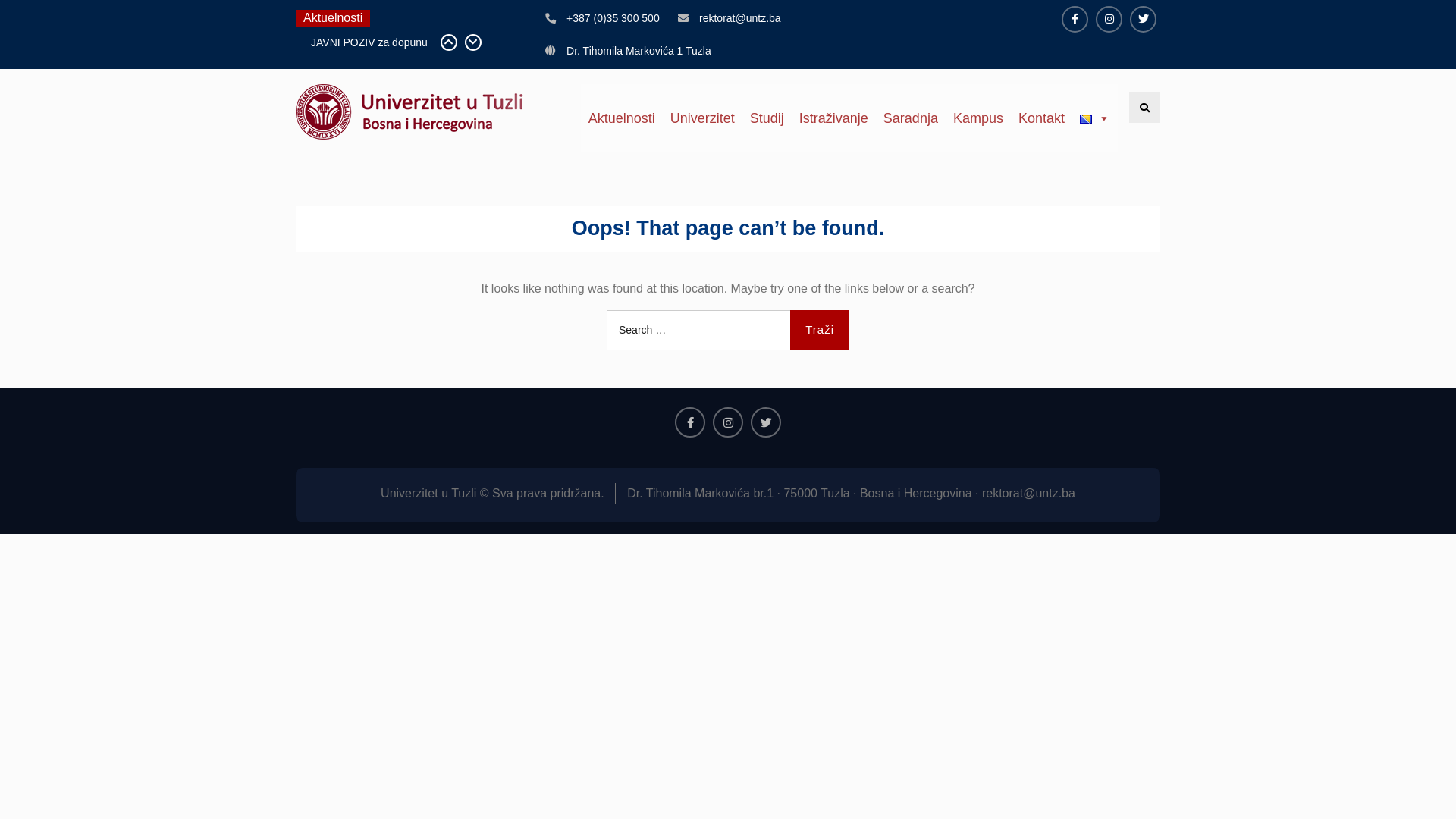  I want to click on 'Facebook', so click(1074, 19).